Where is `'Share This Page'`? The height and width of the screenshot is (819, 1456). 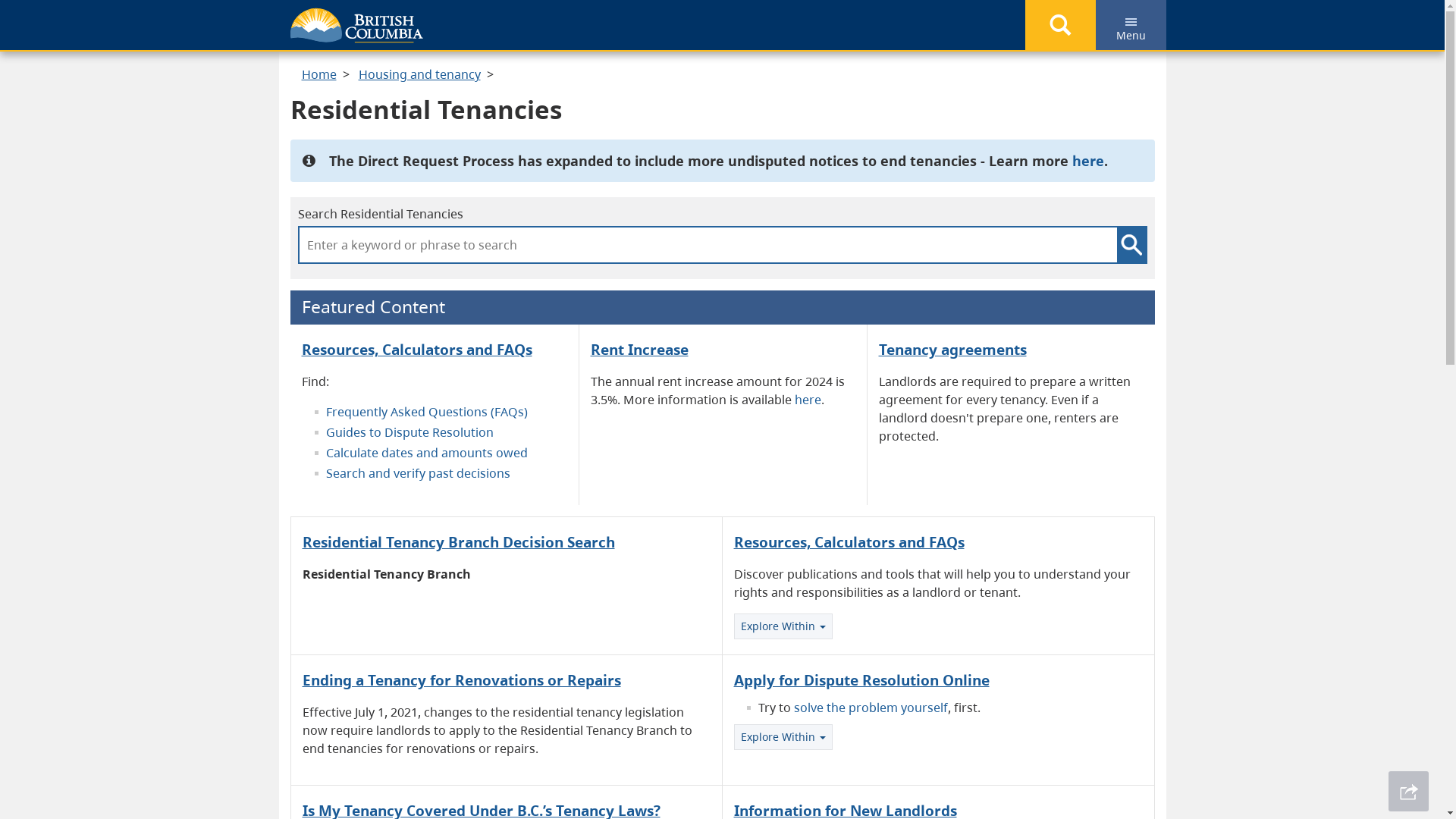 'Share This Page' is located at coordinates (1407, 790).